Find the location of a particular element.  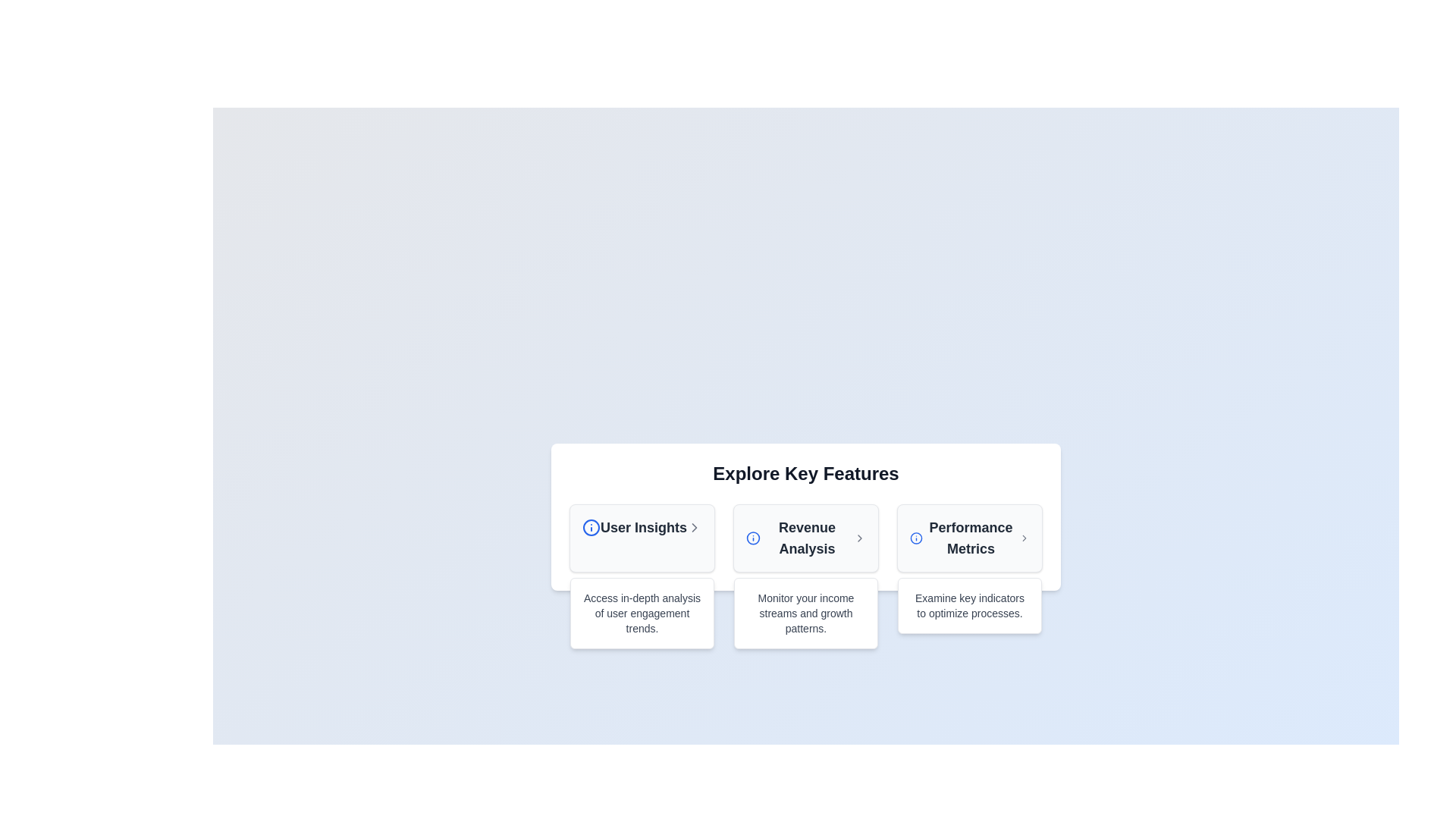

the text label reading 'Performance Metrics', which is the third element in a row of three labels, displayed in bold dark gray font and centrally aligned within its UI card is located at coordinates (971, 537).